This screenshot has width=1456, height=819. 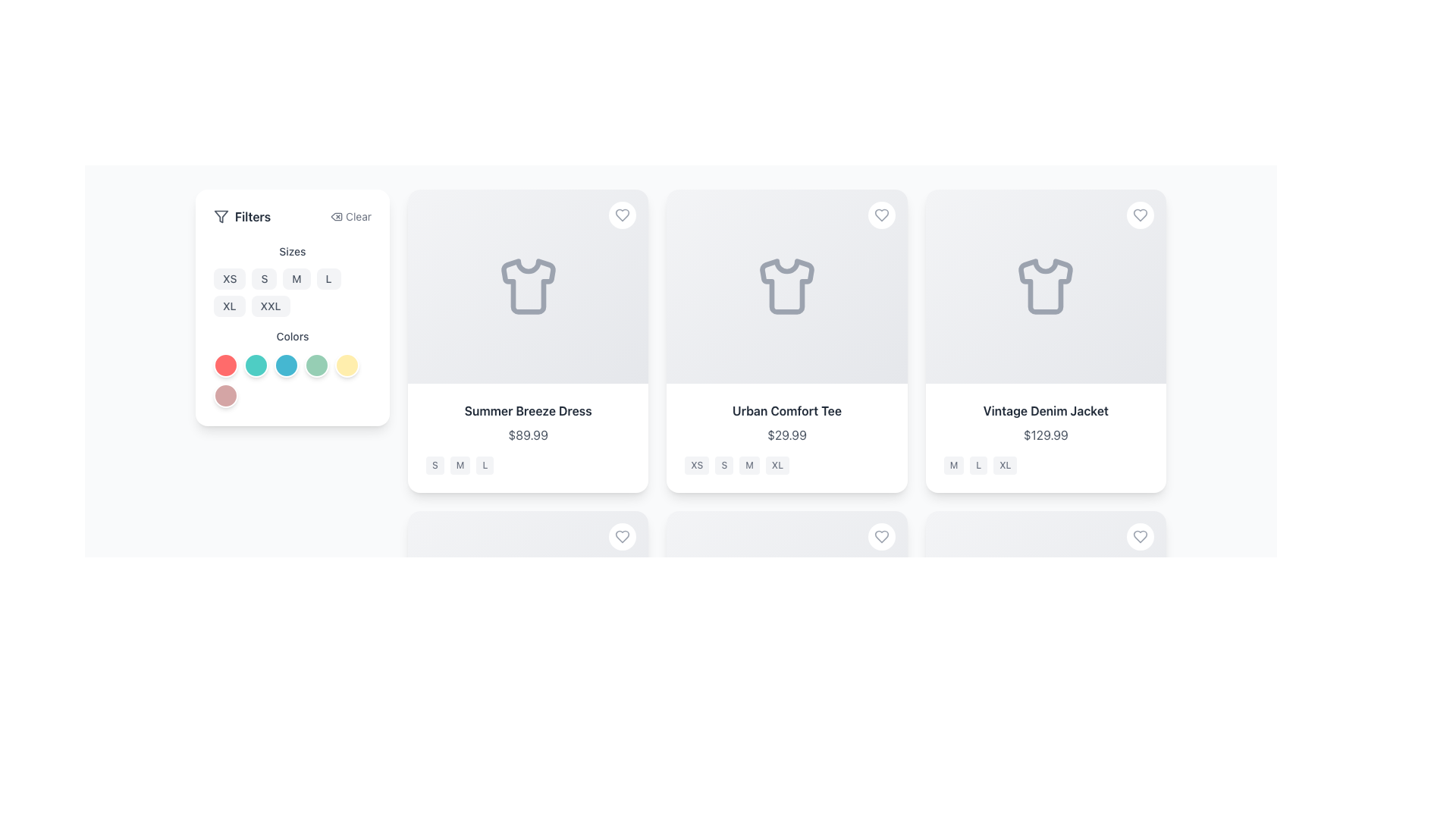 I want to click on the heart-shaped icon within the circular button, so click(x=623, y=215).